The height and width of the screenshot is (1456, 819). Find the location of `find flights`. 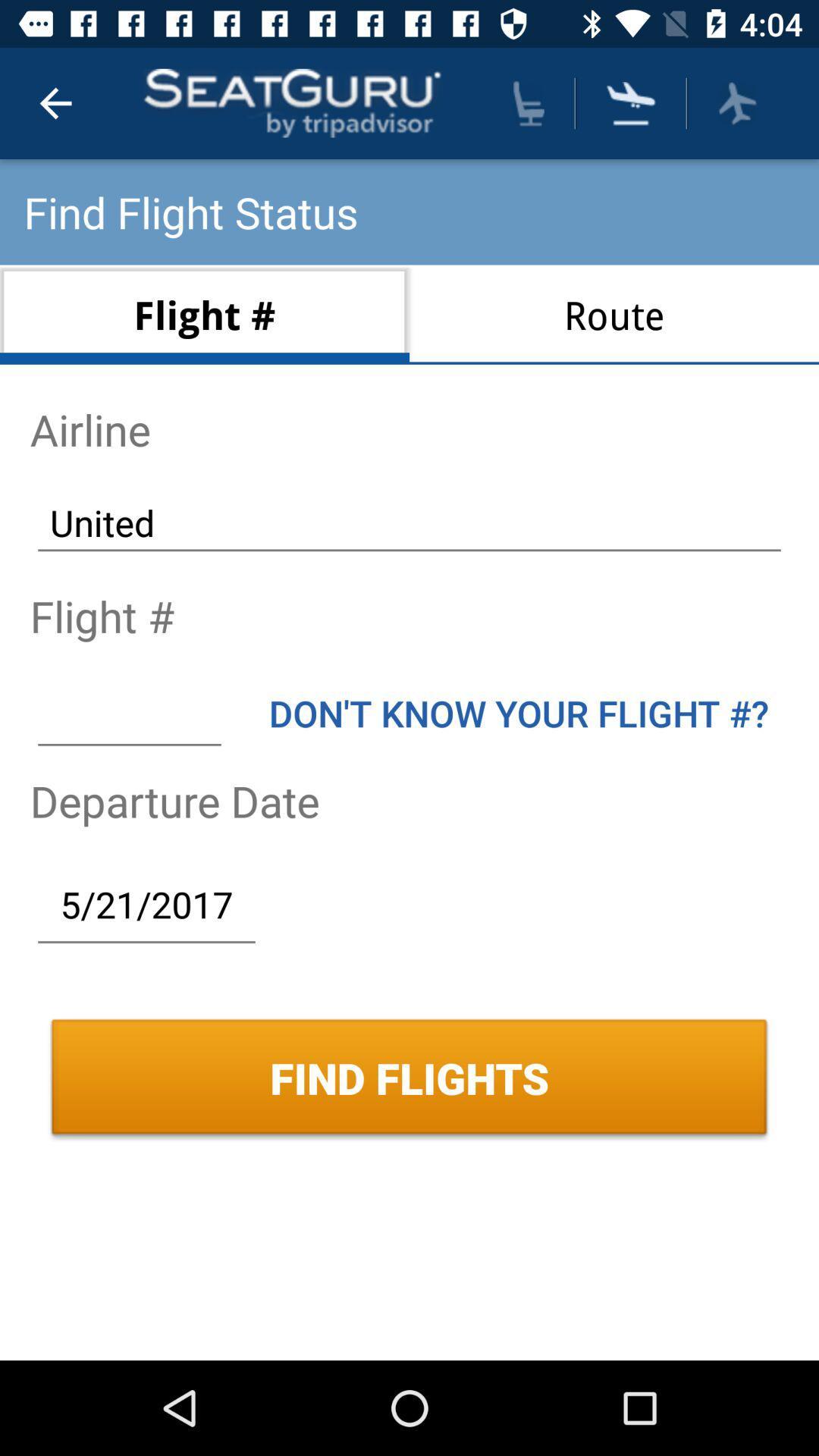

find flights is located at coordinates (631, 102).